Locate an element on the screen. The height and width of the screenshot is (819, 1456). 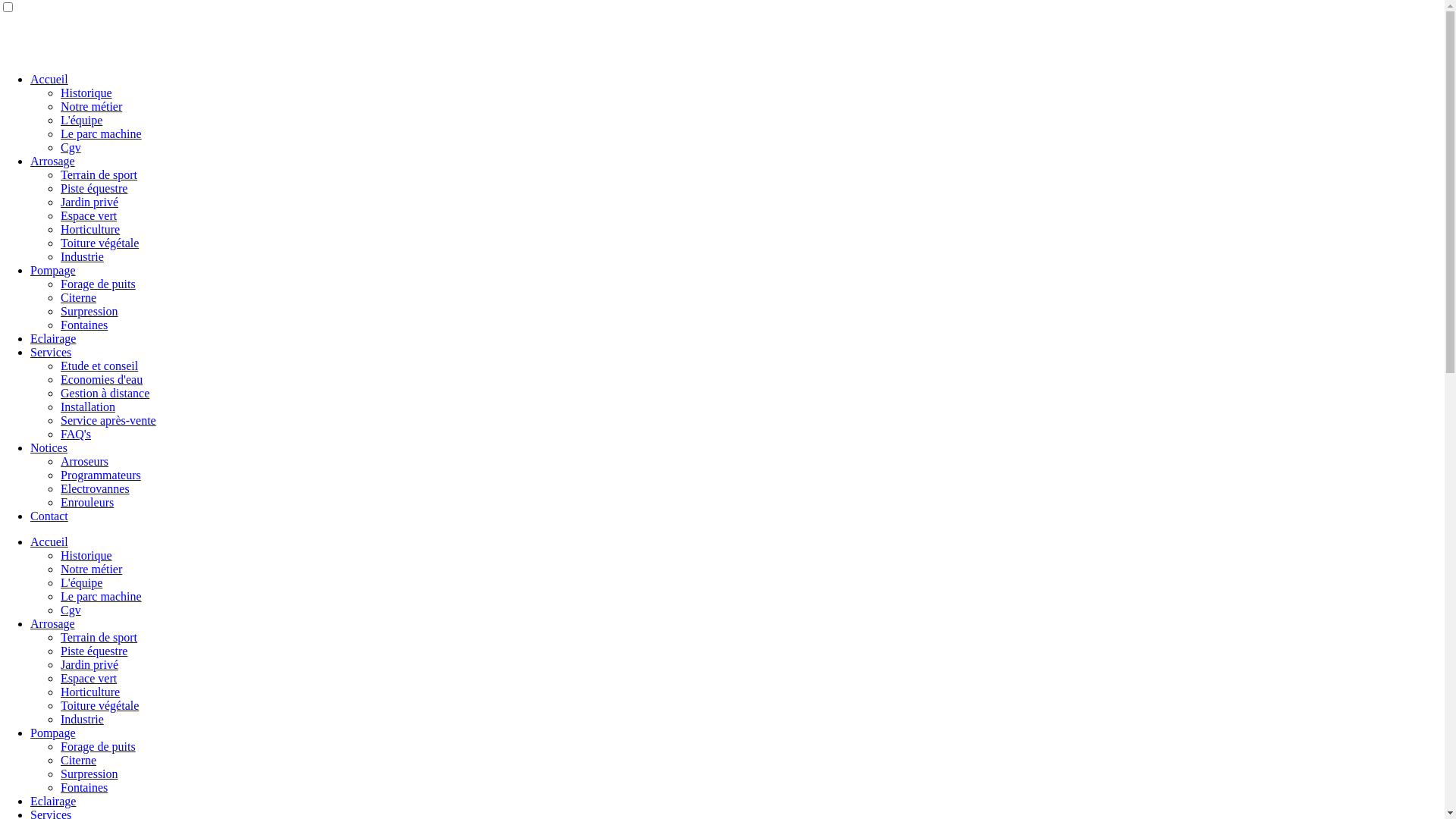
'Forage de puits' is located at coordinates (97, 745).